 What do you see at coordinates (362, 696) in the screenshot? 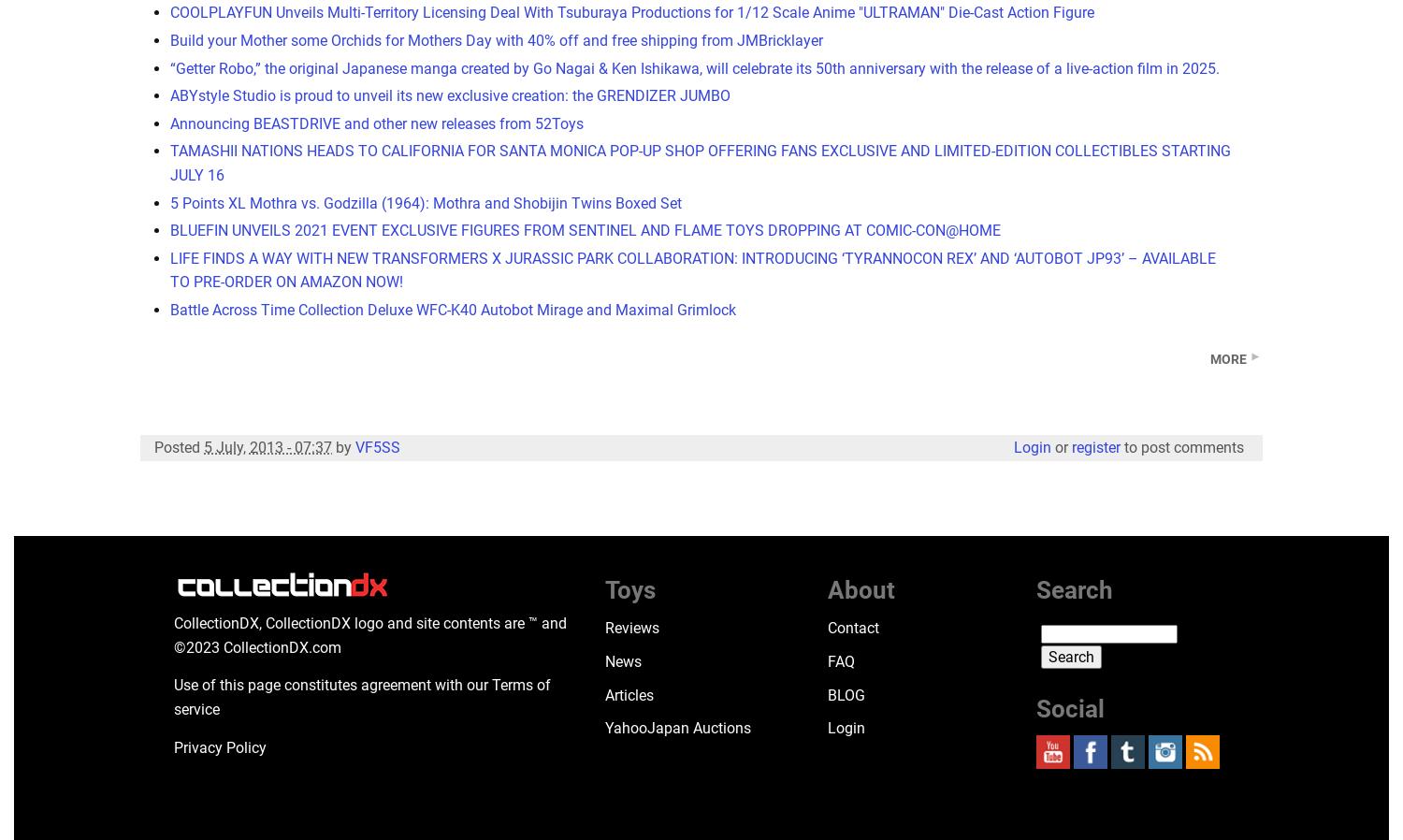
I see `'Terms of service'` at bounding box center [362, 696].